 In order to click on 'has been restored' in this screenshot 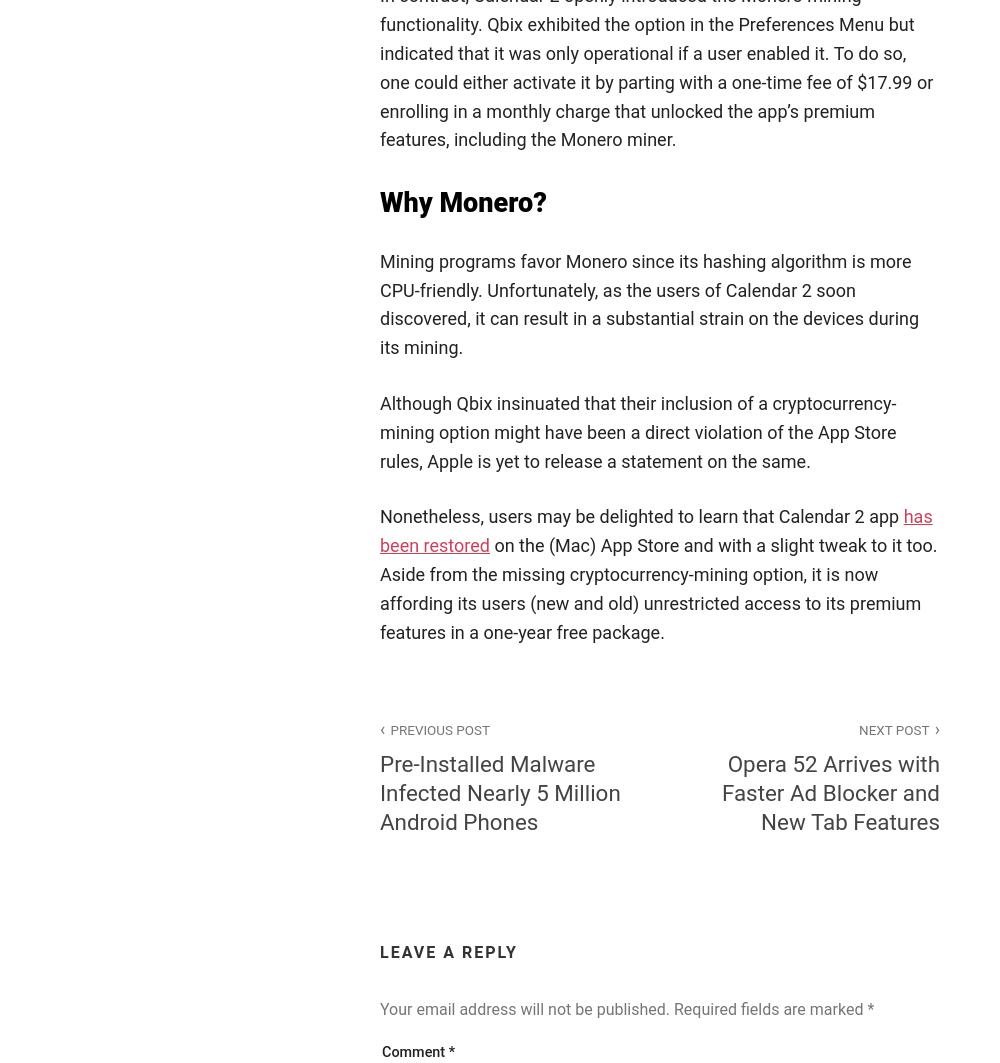, I will do `click(656, 530)`.